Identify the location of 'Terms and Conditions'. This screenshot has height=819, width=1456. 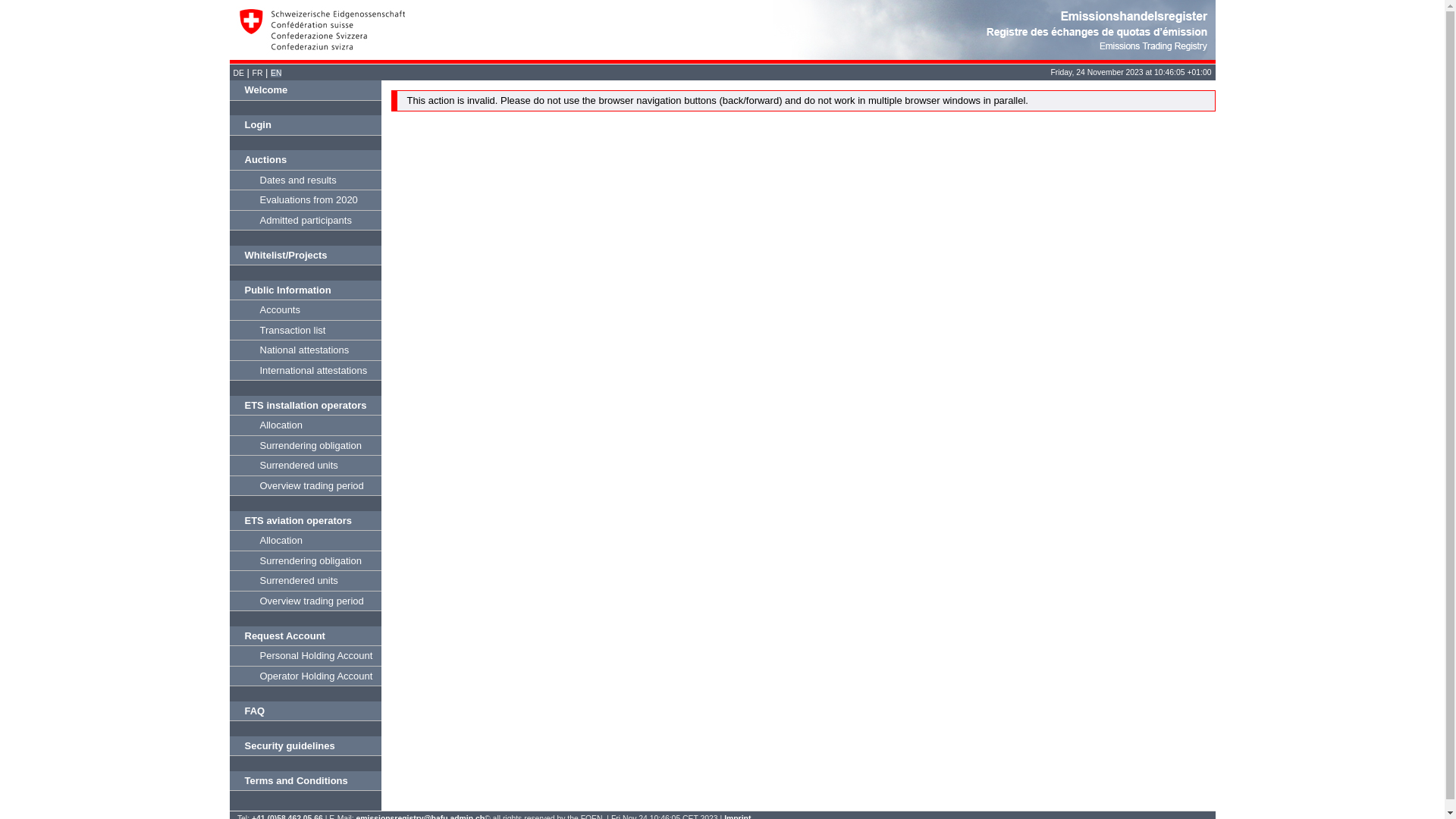
(228, 780).